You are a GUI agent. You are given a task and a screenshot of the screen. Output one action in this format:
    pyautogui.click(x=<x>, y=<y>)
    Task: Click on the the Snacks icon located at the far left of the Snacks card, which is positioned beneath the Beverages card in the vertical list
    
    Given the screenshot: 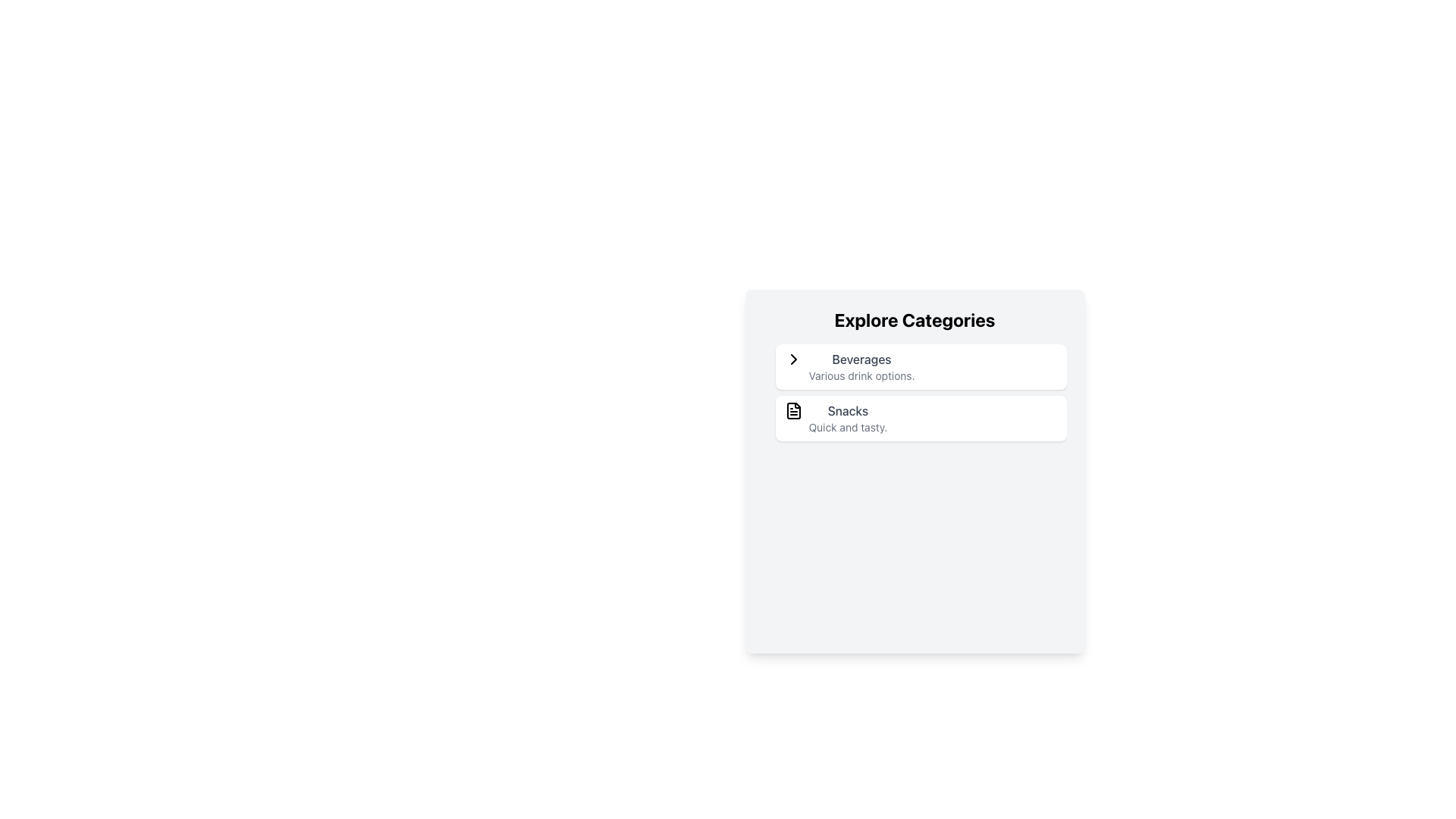 What is the action you would take?
    pyautogui.click(x=795, y=411)
    